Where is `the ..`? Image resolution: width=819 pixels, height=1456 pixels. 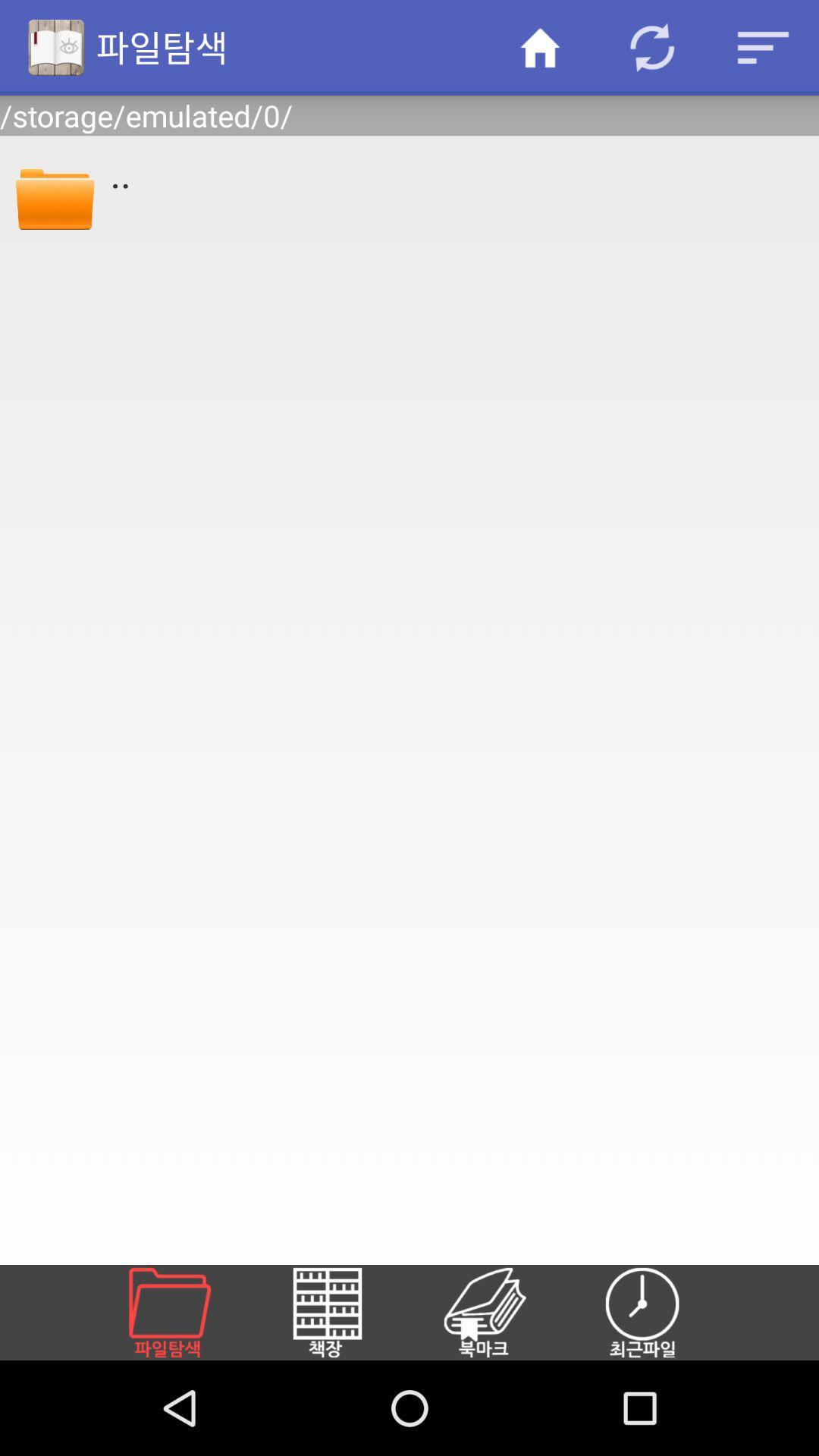
the .. is located at coordinates (453, 172).